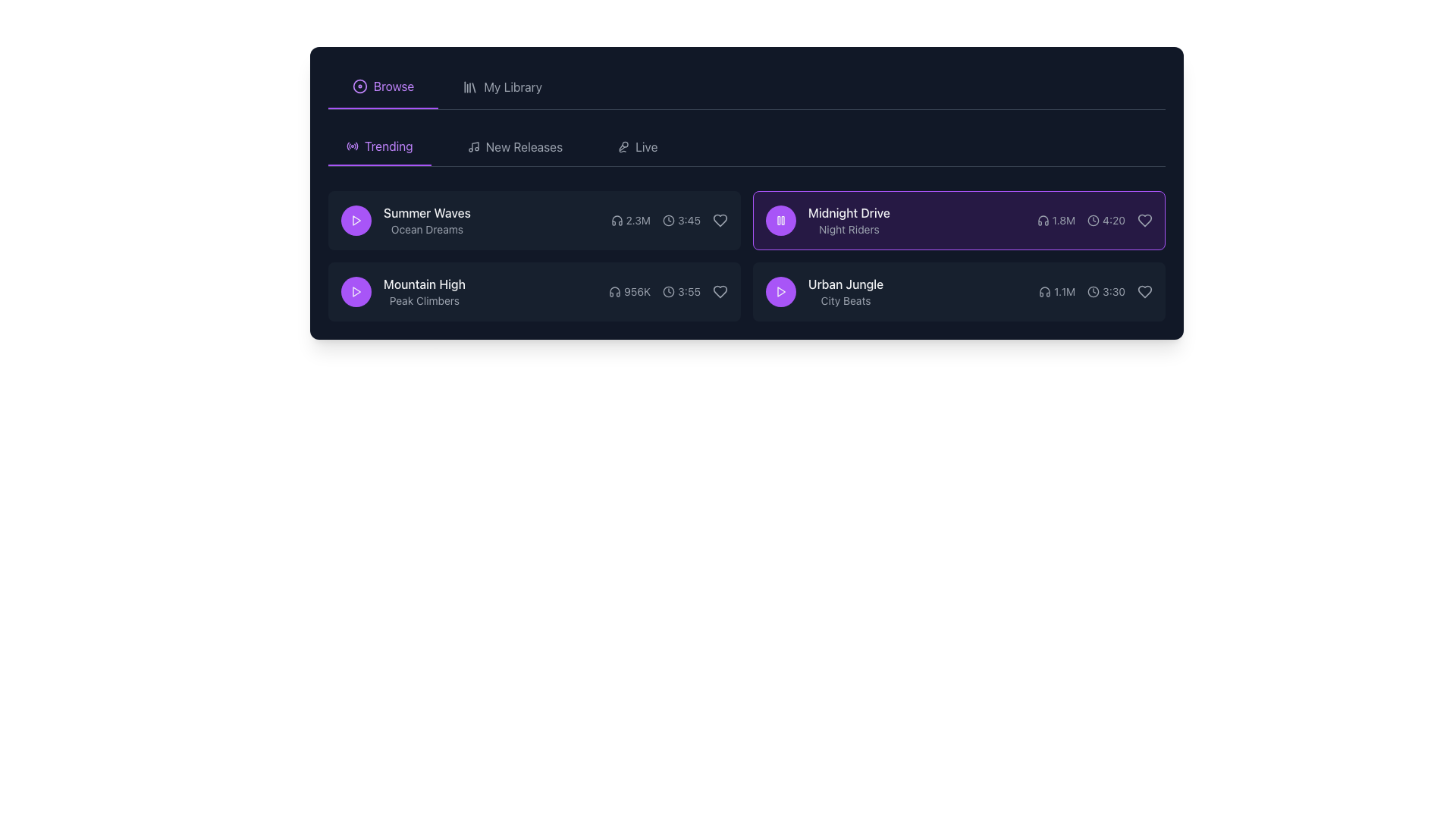 This screenshot has height=819, width=1456. What do you see at coordinates (783, 220) in the screenshot?
I see `the right vertical rectangle of the pause icon, which is part of the SVG graphic element in the user interface` at bounding box center [783, 220].